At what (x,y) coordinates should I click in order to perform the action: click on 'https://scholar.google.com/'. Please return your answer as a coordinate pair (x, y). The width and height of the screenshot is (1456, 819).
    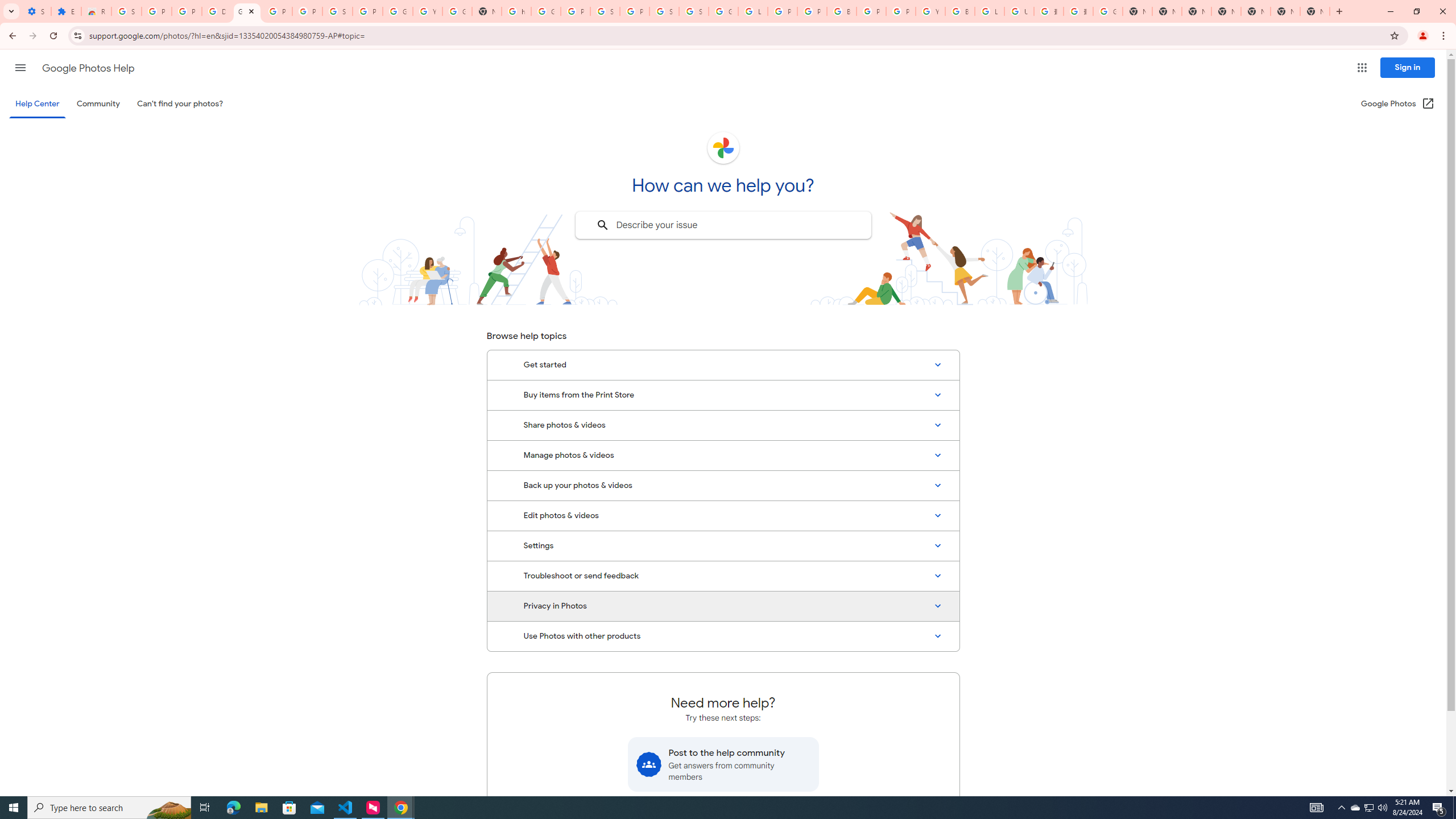
    Looking at the image, I should click on (515, 11).